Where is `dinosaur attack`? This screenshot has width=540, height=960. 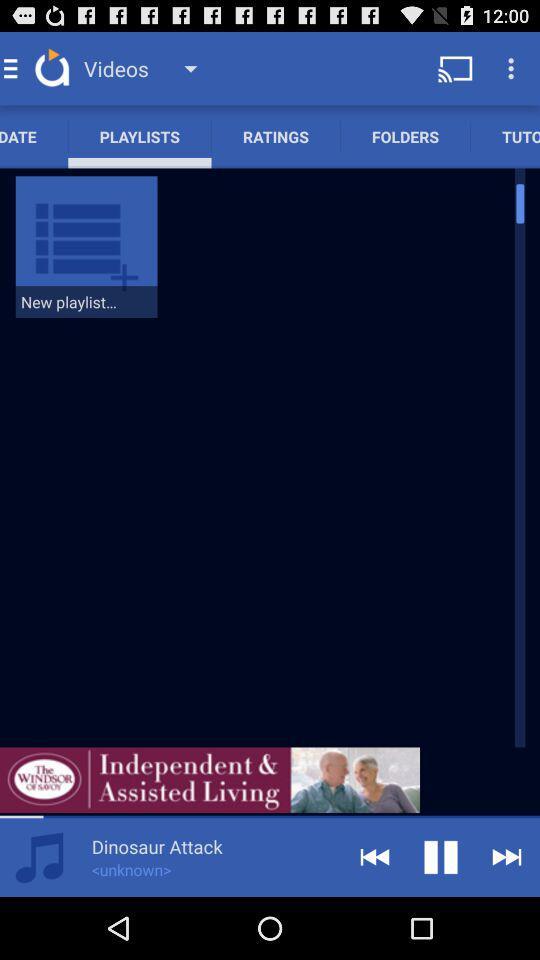
dinosaur attack is located at coordinates (156, 845).